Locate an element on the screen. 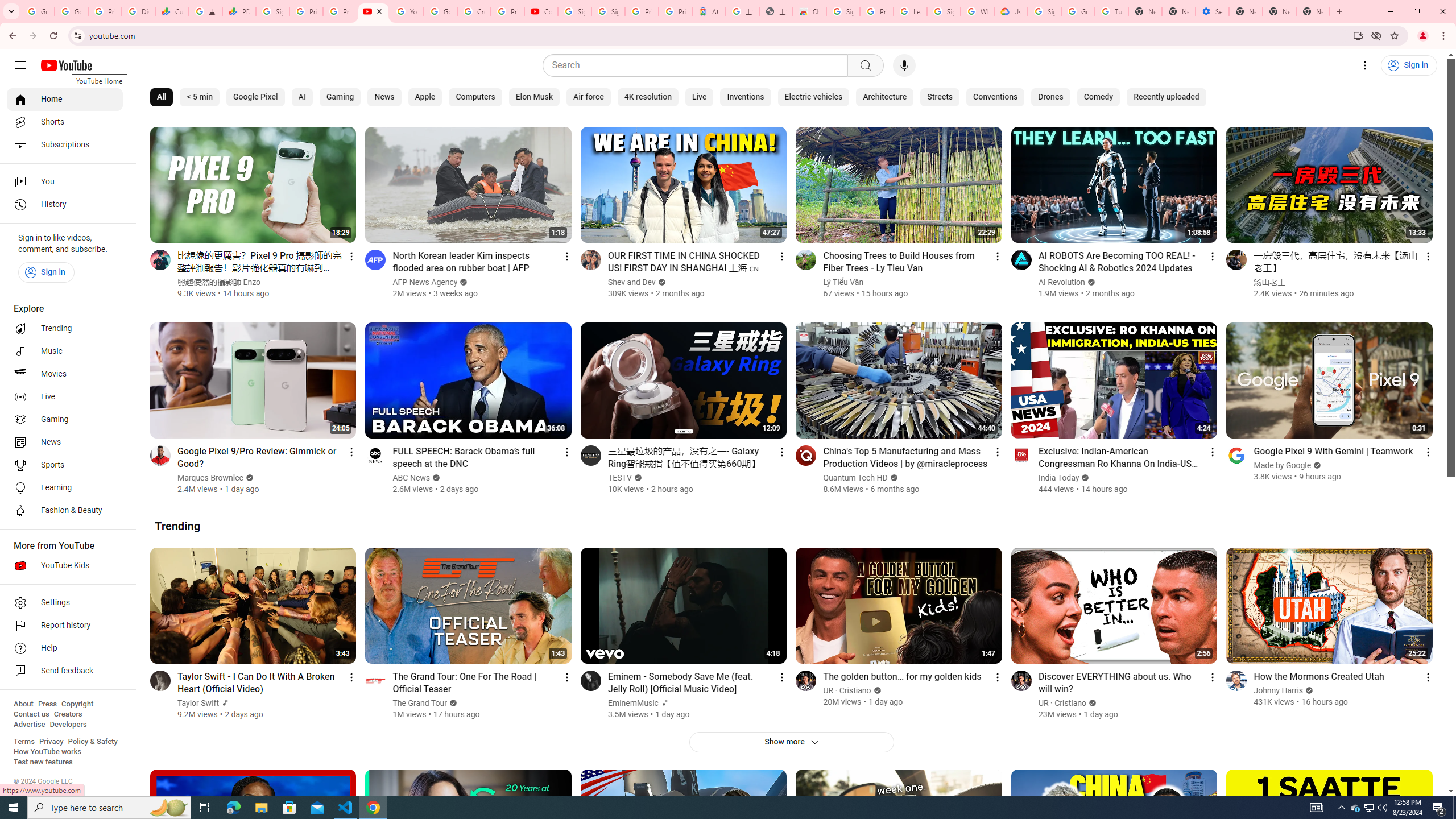 This screenshot has height=819, width=1456. 'Test new features' is located at coordinates (42, 761).